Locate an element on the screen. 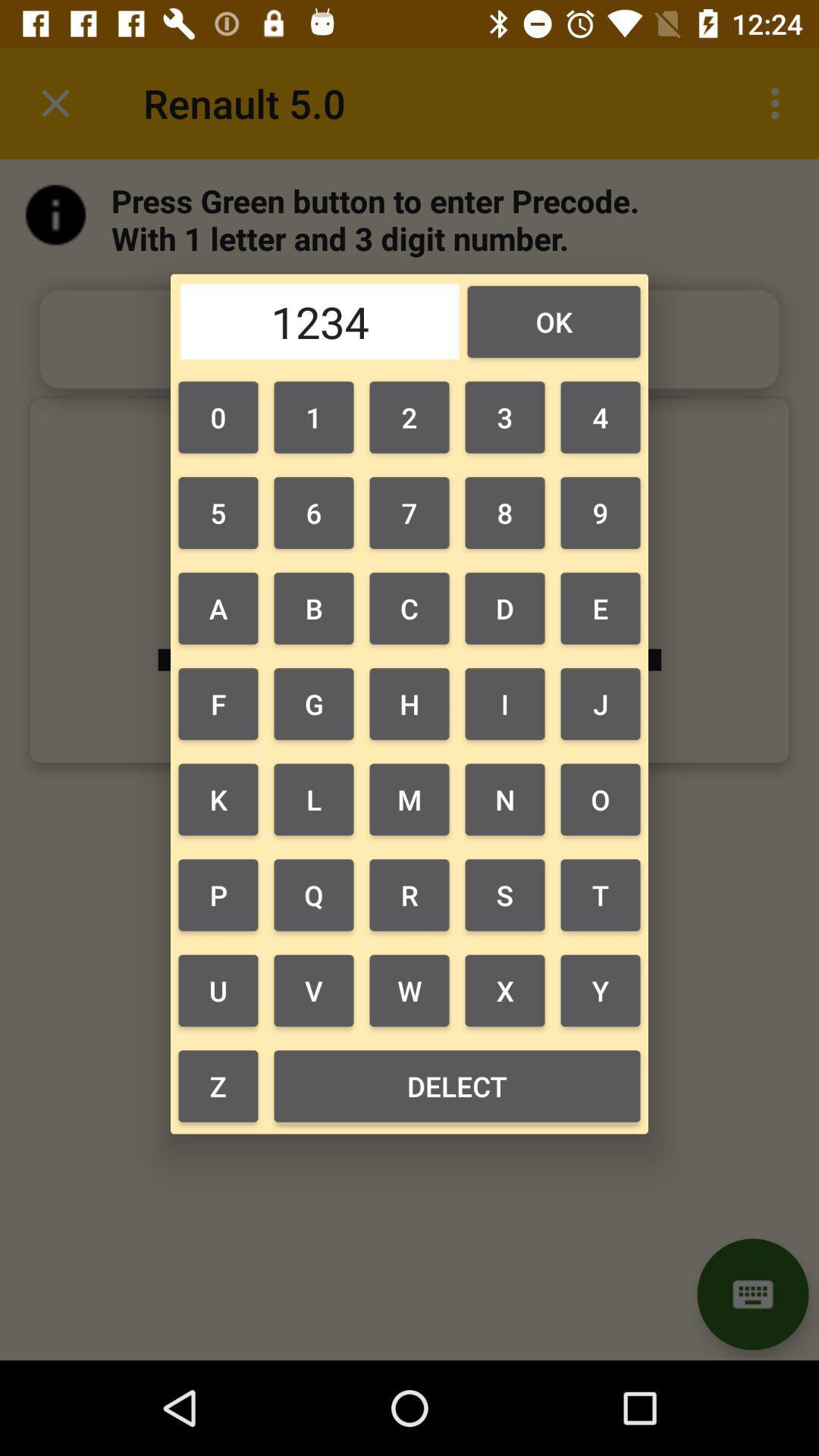  button next to h item is located at coordinates (312, 799).